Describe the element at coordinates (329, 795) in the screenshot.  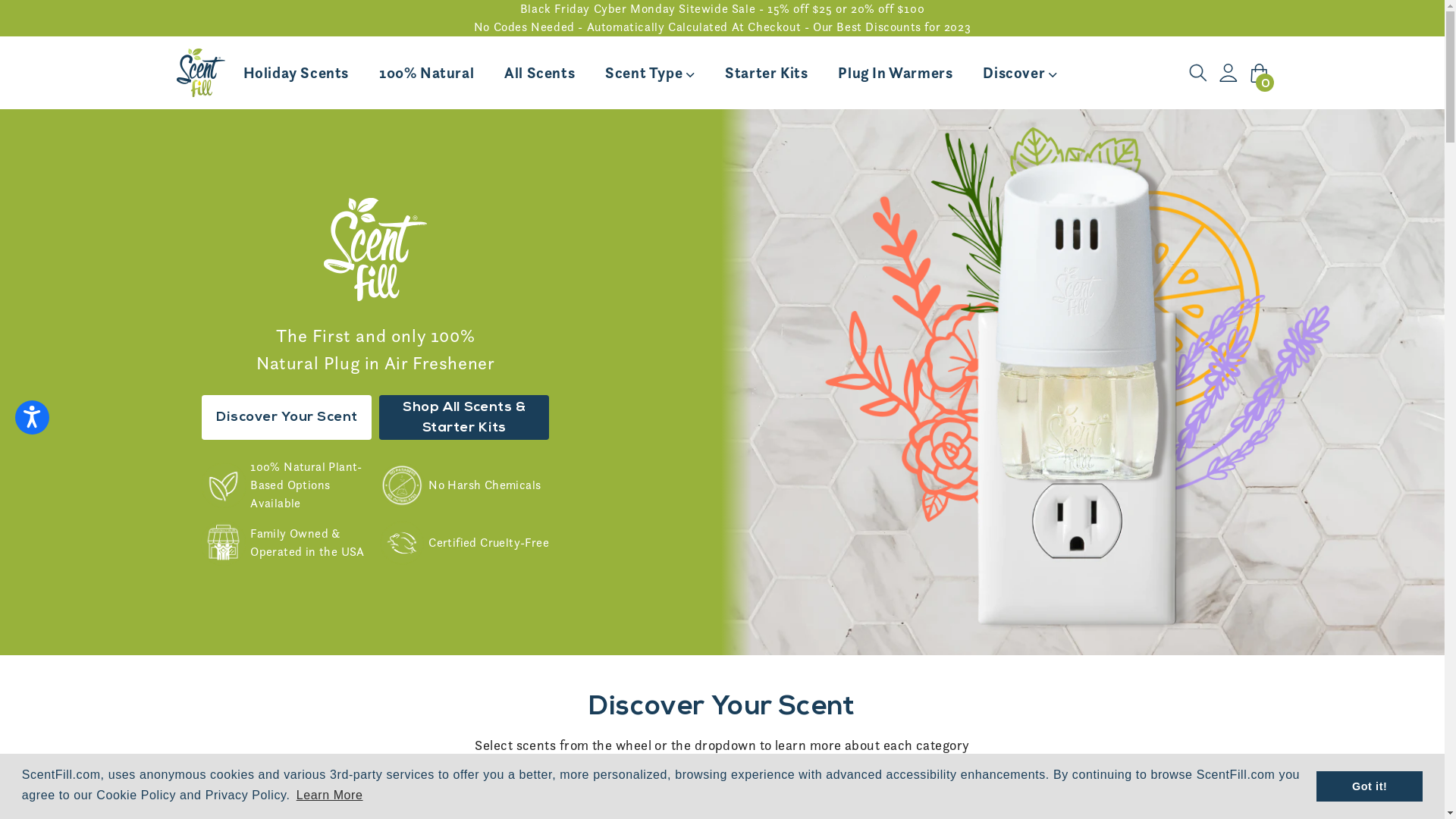
I see `'Learn More'` at that location.